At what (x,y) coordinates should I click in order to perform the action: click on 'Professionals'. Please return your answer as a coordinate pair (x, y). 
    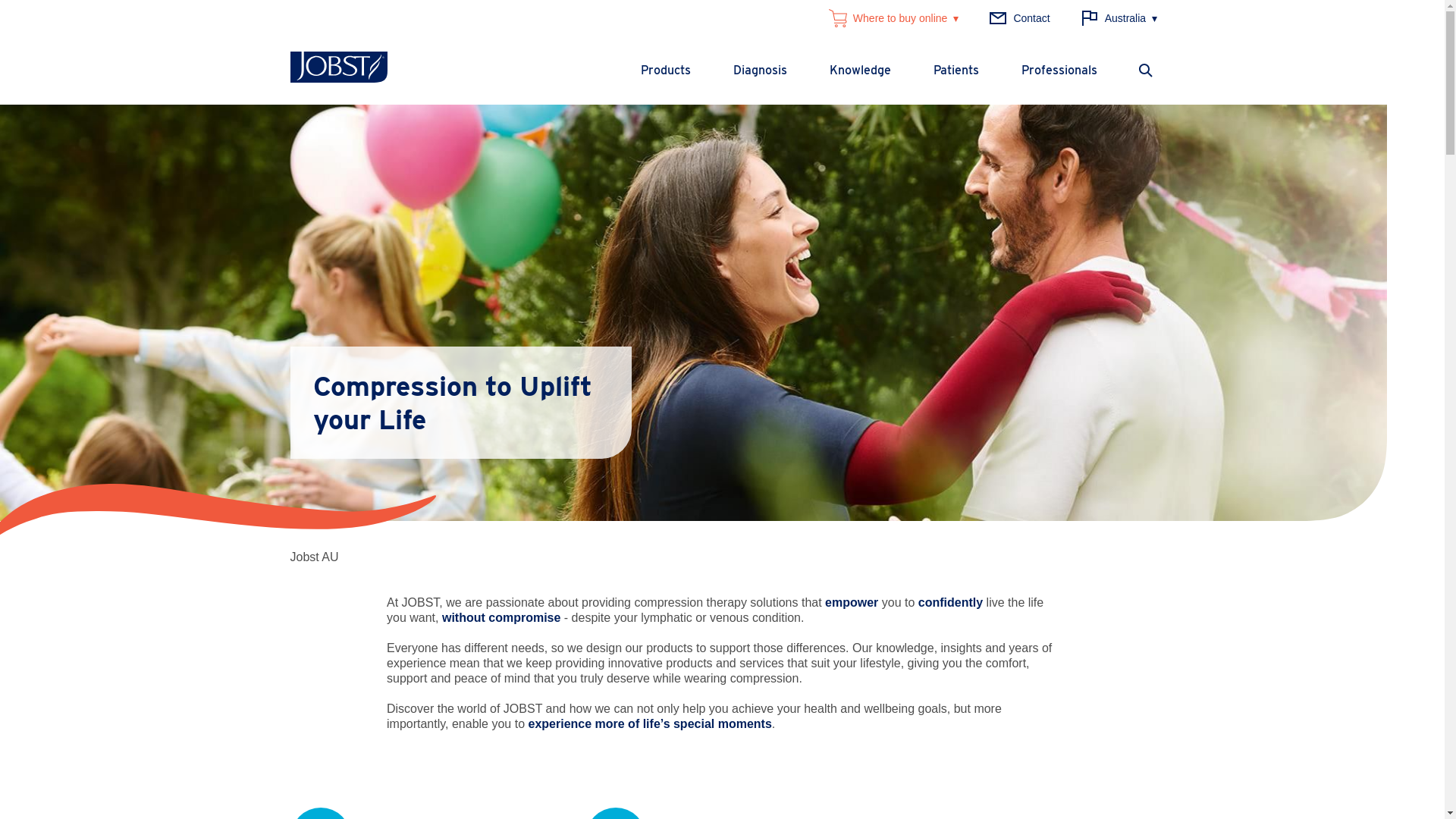
    Looking at the image, I should click on (1058, 70).